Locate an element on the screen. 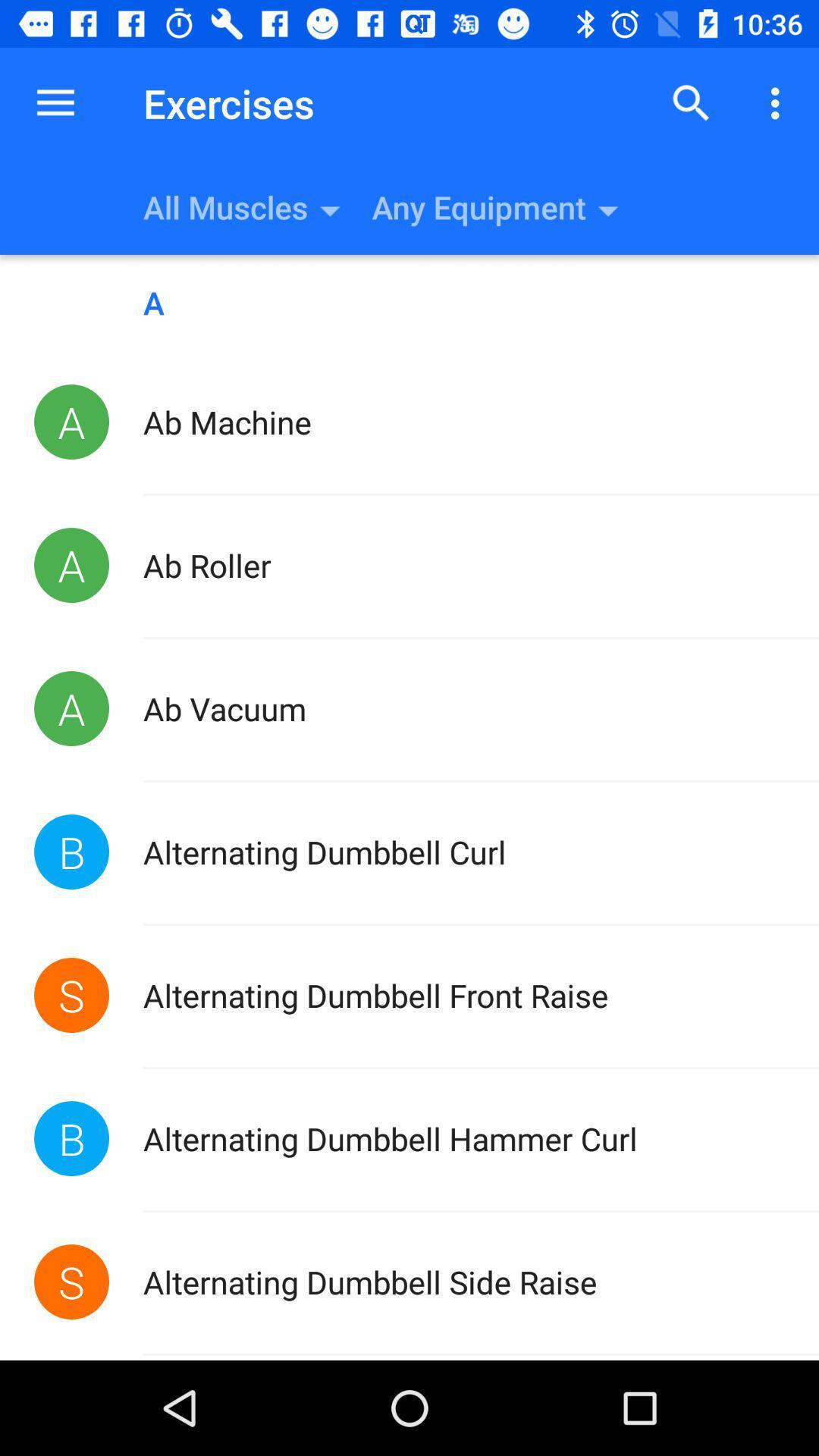 This screenshot has height=1456, width=819. icon above a item is located at coordinates (55, 102).